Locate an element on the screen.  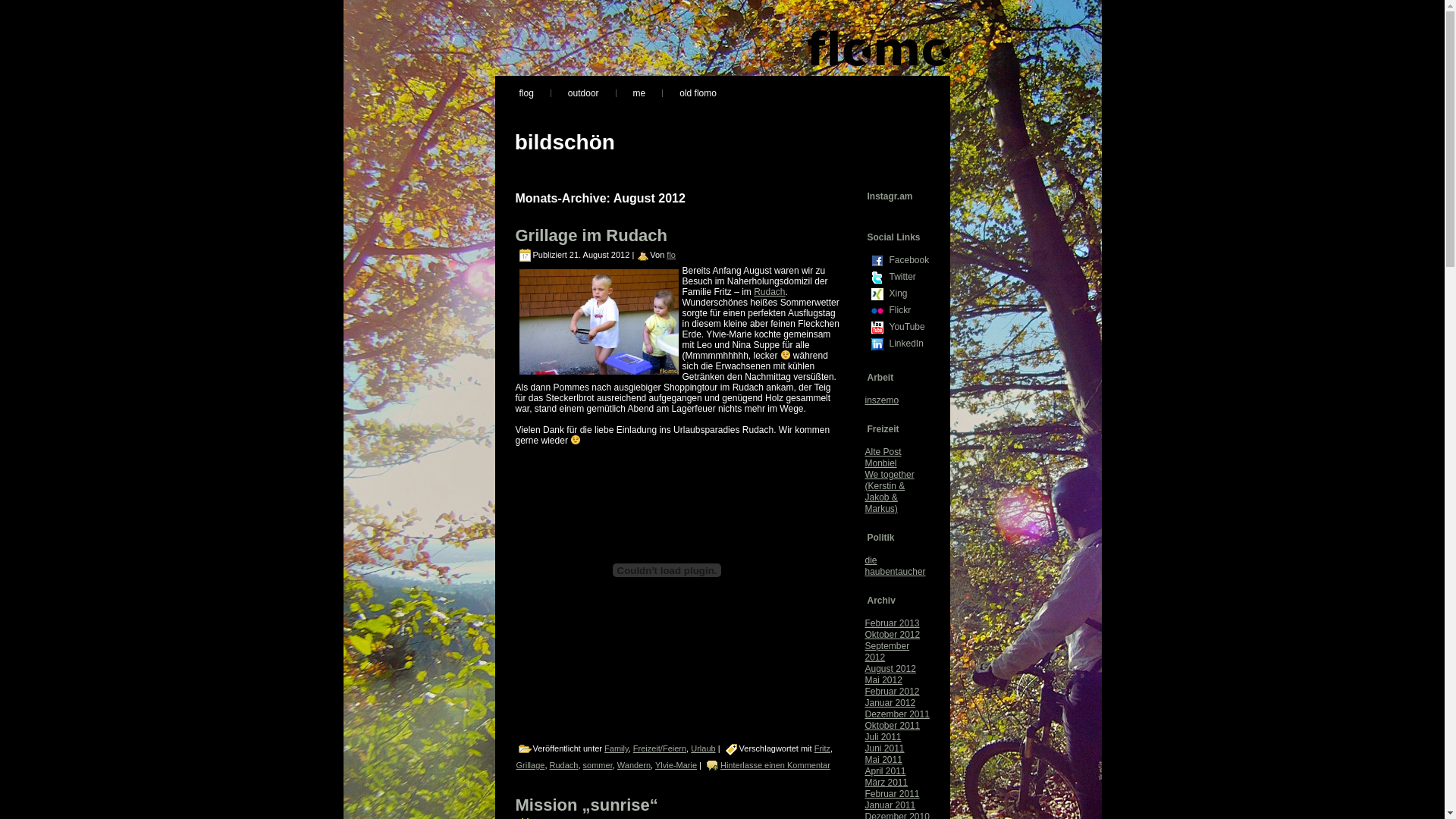
'Fritz' is located at coordinates (821, 748).